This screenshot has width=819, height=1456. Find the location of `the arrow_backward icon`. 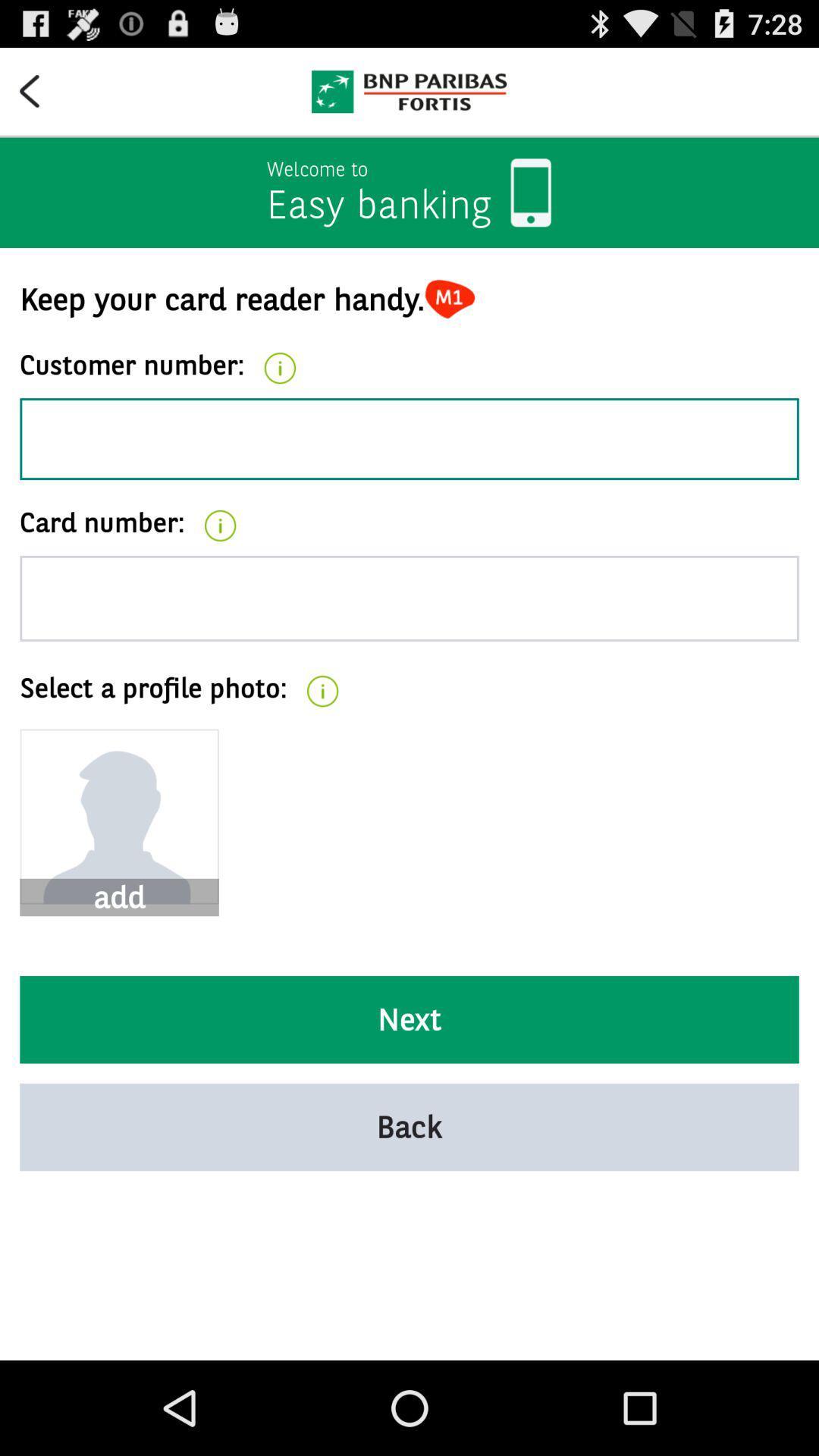

the arrow_backward icon is located at coordinates (39, 96).